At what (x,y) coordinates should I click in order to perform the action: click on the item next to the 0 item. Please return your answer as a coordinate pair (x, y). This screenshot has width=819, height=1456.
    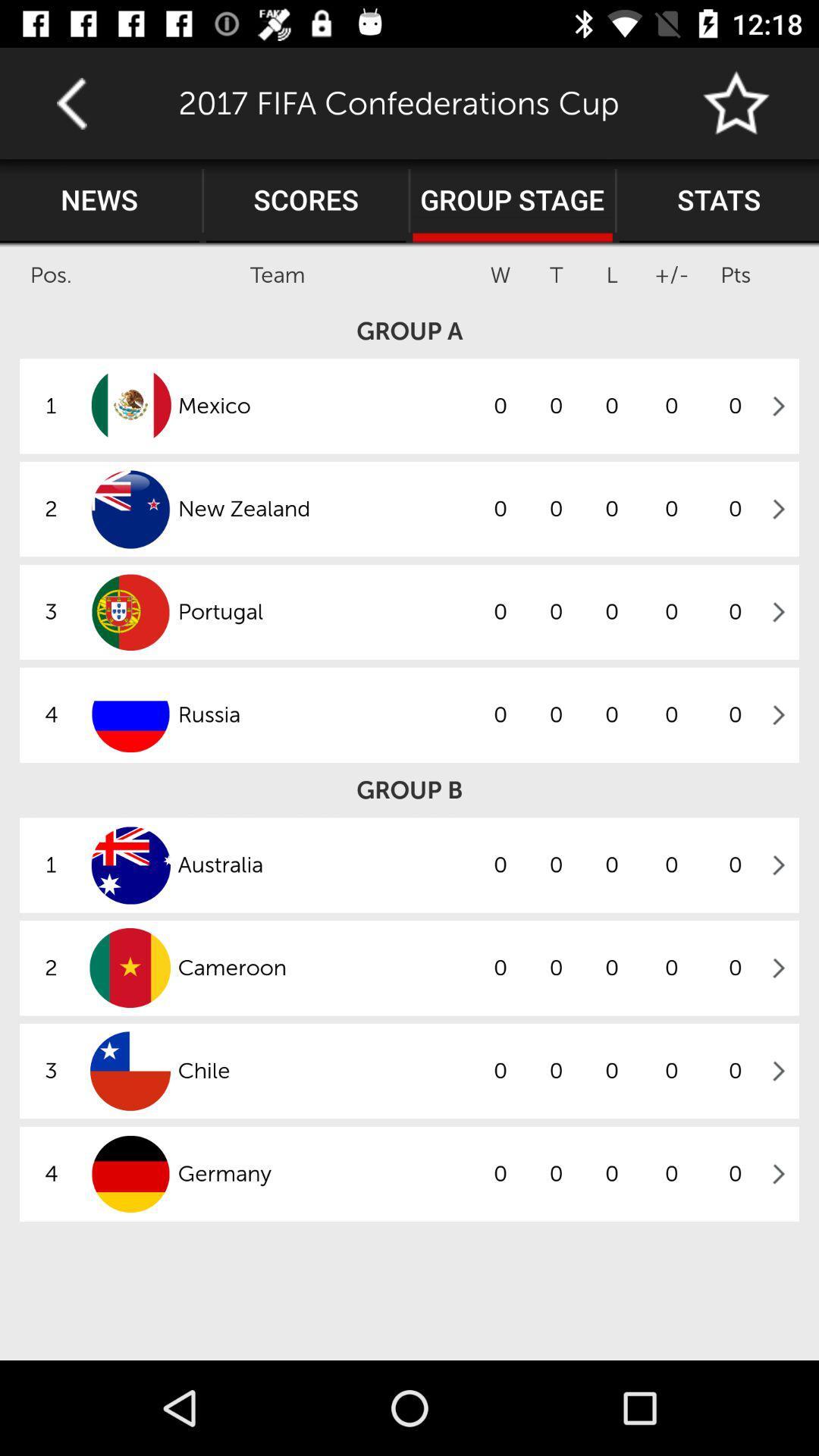
    Looking at the image, I should click on (324, 865).